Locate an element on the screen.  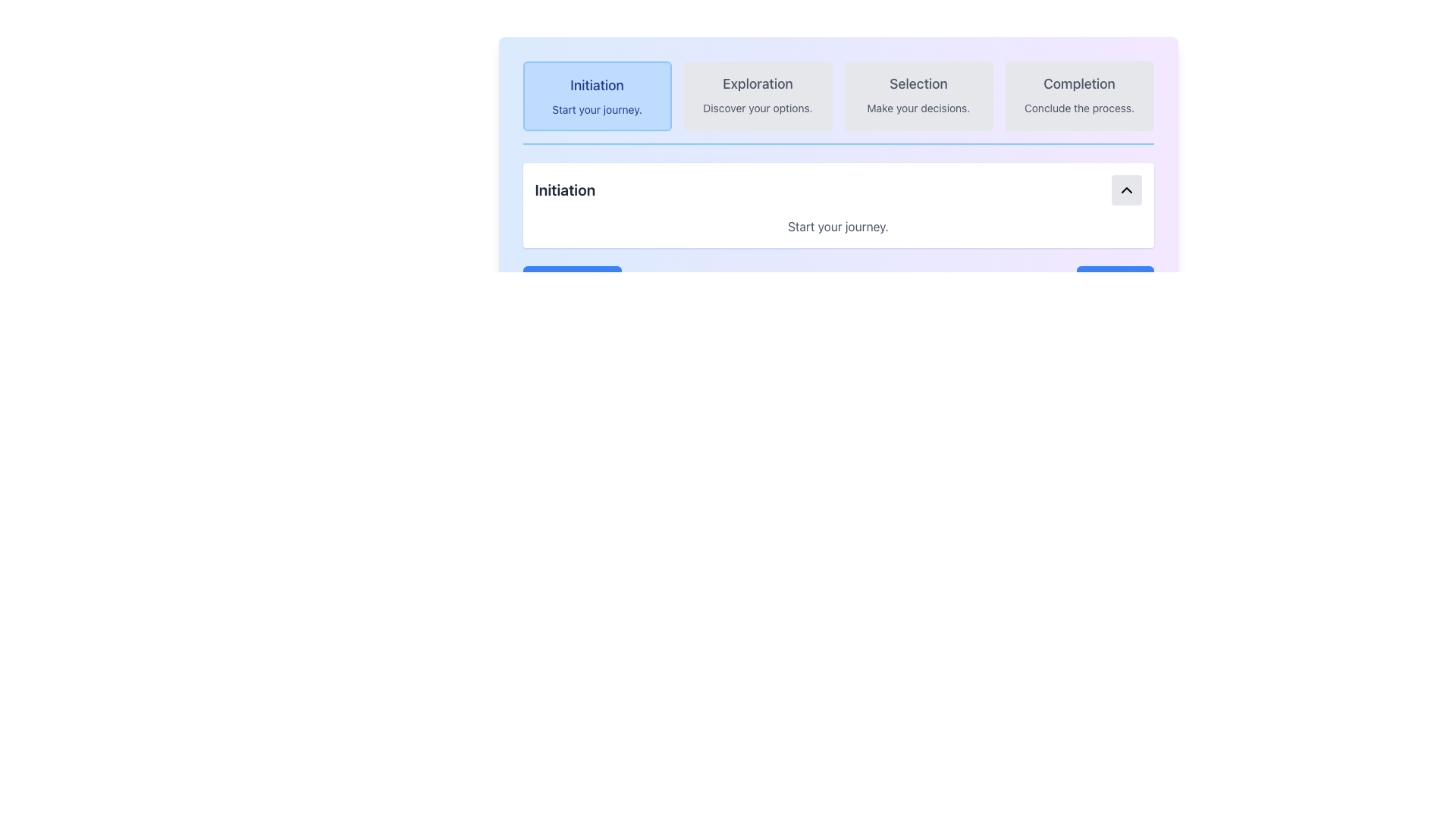
the text label containing the phrase 'Start your journey.' which is located below the 'Initiation' title within a rectangular blue card in the navigation bar is located at coordinates (596, 109).